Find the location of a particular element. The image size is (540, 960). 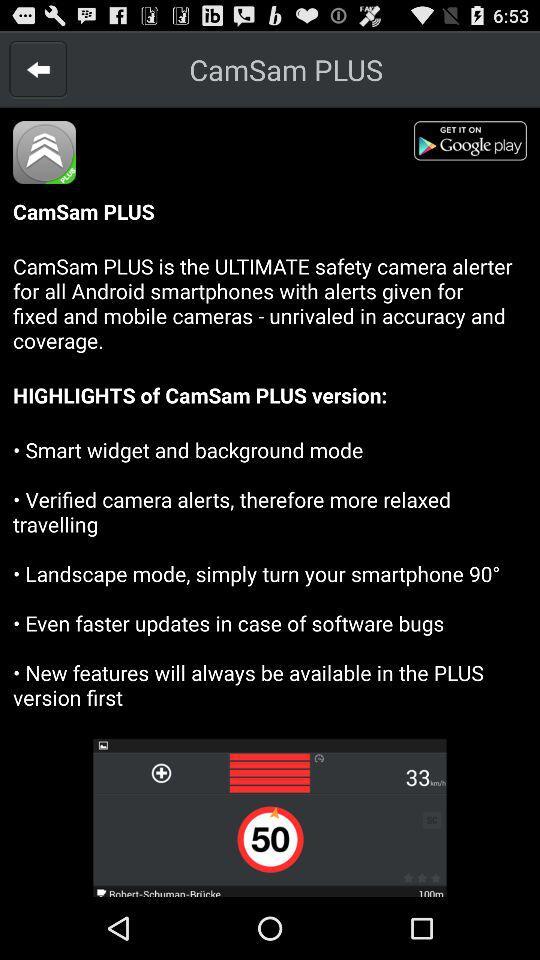

go back is located at coordinates (38, 69).